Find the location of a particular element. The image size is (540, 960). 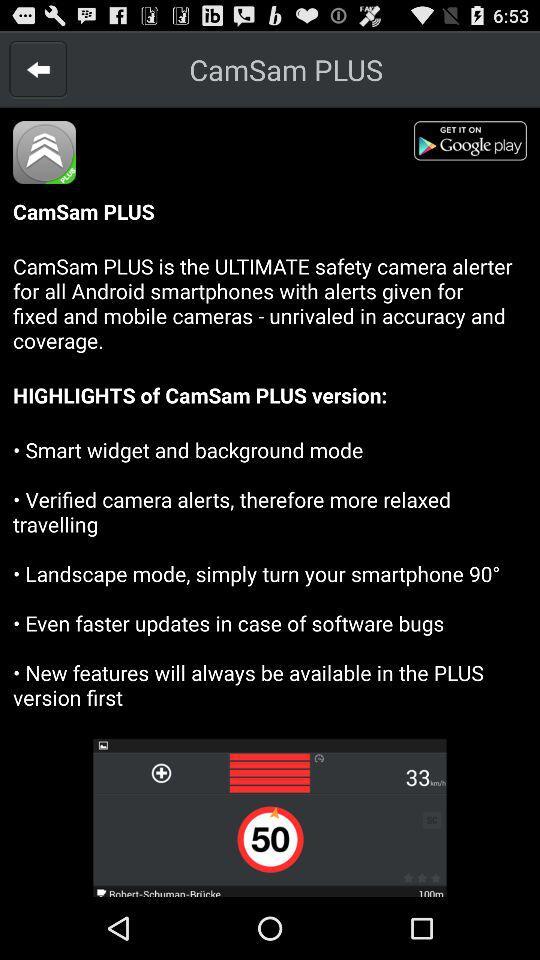

go back is located at coordinates (38, 69).